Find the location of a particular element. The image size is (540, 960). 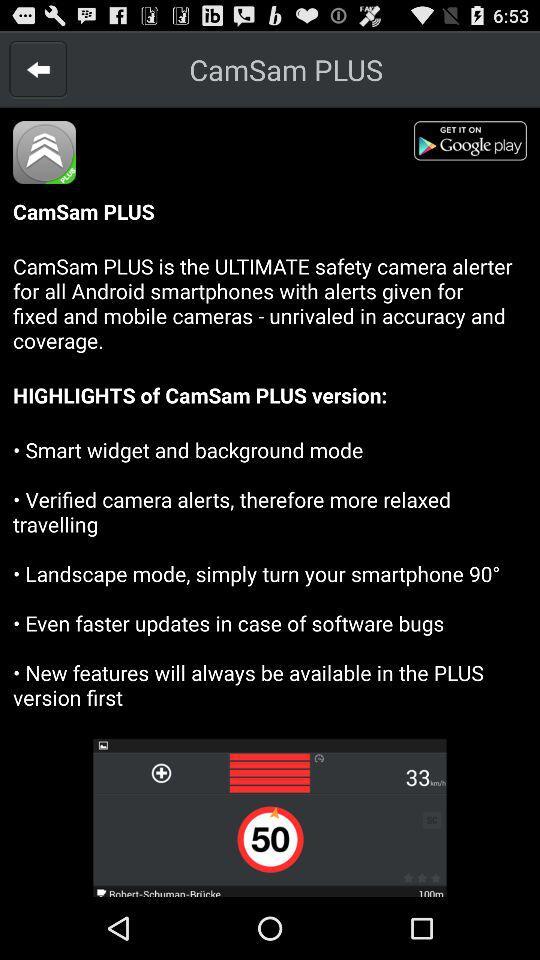

go back is located at coordinates (38, 69).